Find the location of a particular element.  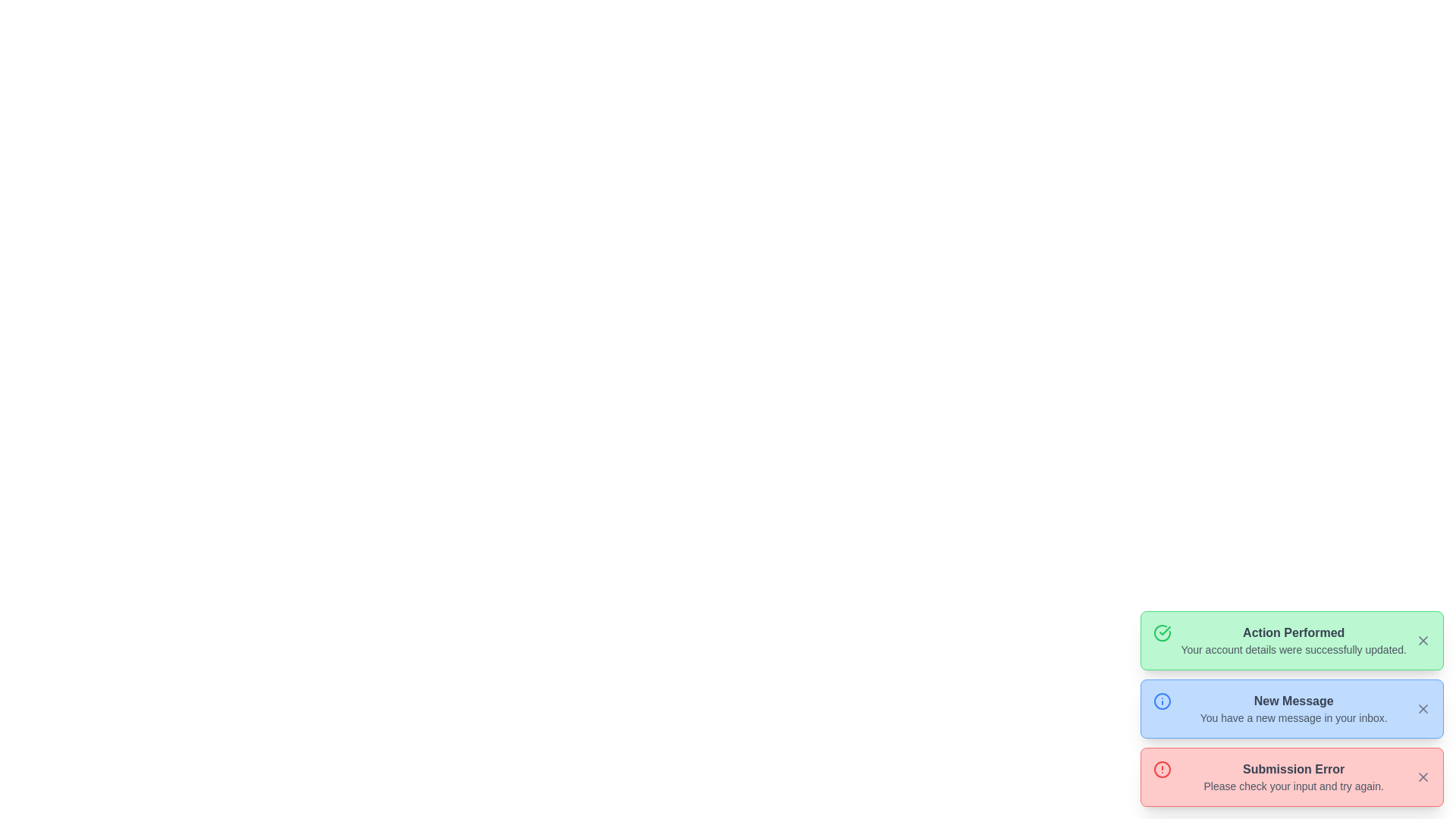

the Textual Information Block that displays 'New Message' with the message 'You have a new message in your inbox.' is located at coordinates (1293, 708).